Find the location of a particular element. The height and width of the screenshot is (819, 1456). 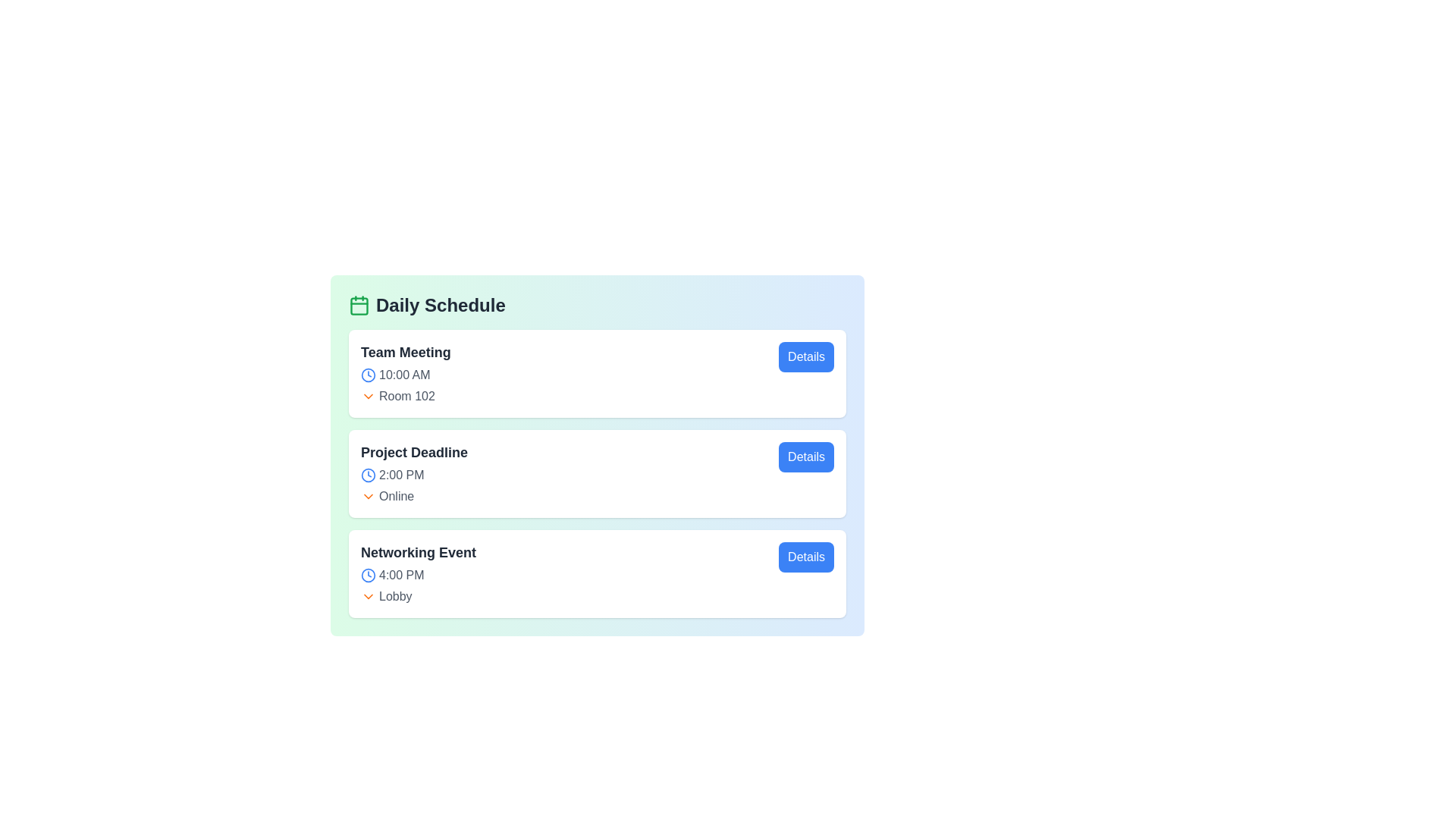

the icon representing the 'Daily Schedule' section, located at the top-left area of the component is located at coordinates (359, 305).